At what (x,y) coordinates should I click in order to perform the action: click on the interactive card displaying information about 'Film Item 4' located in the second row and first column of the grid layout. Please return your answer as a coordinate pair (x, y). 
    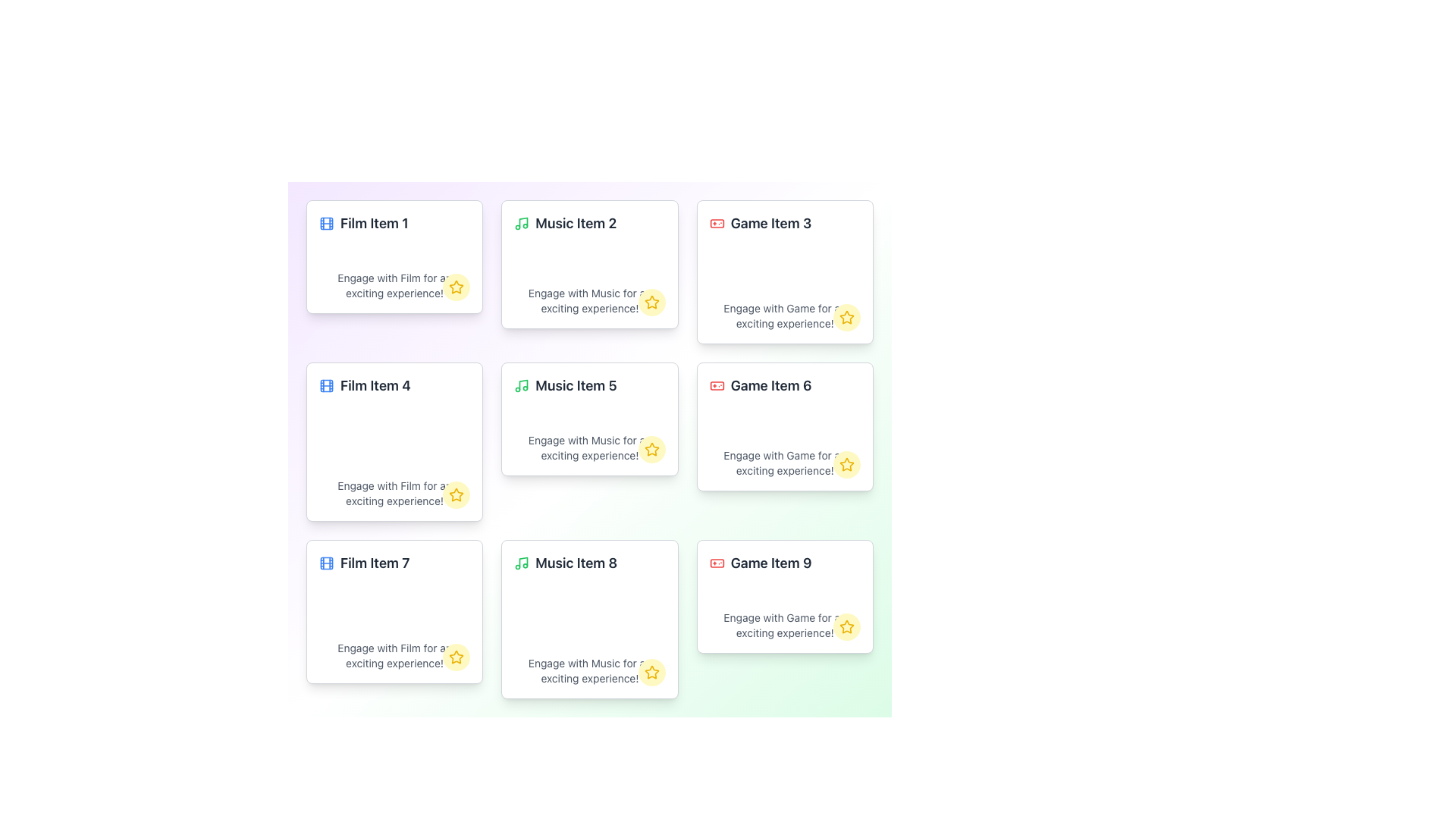
    Looking at the image, I should click on (394, 441).